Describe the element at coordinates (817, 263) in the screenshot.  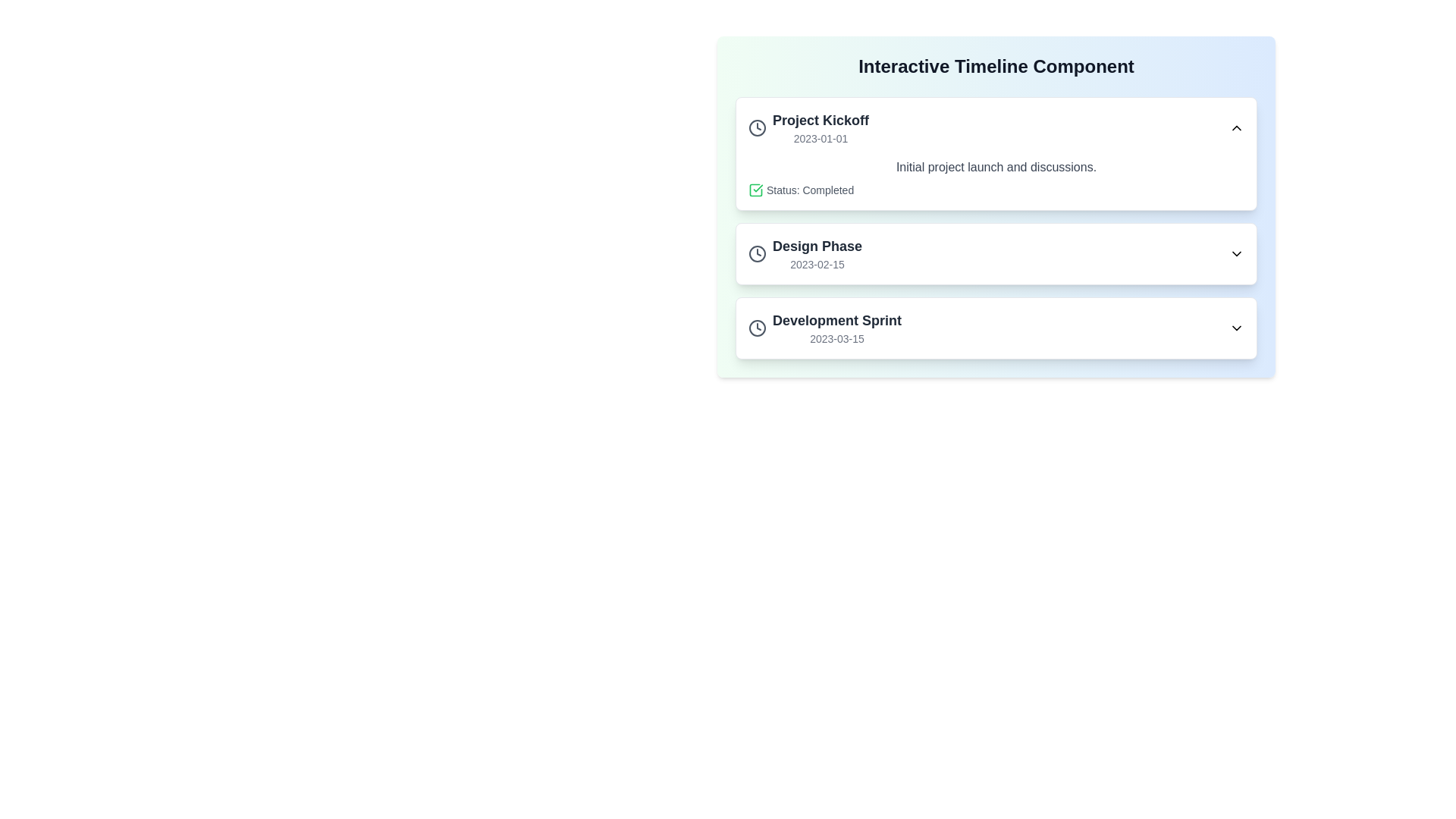
I see `the date label indicating the 'Design Phase' in the timeline interface, which is located directly below the header label 'Design Phase.'` at that location.